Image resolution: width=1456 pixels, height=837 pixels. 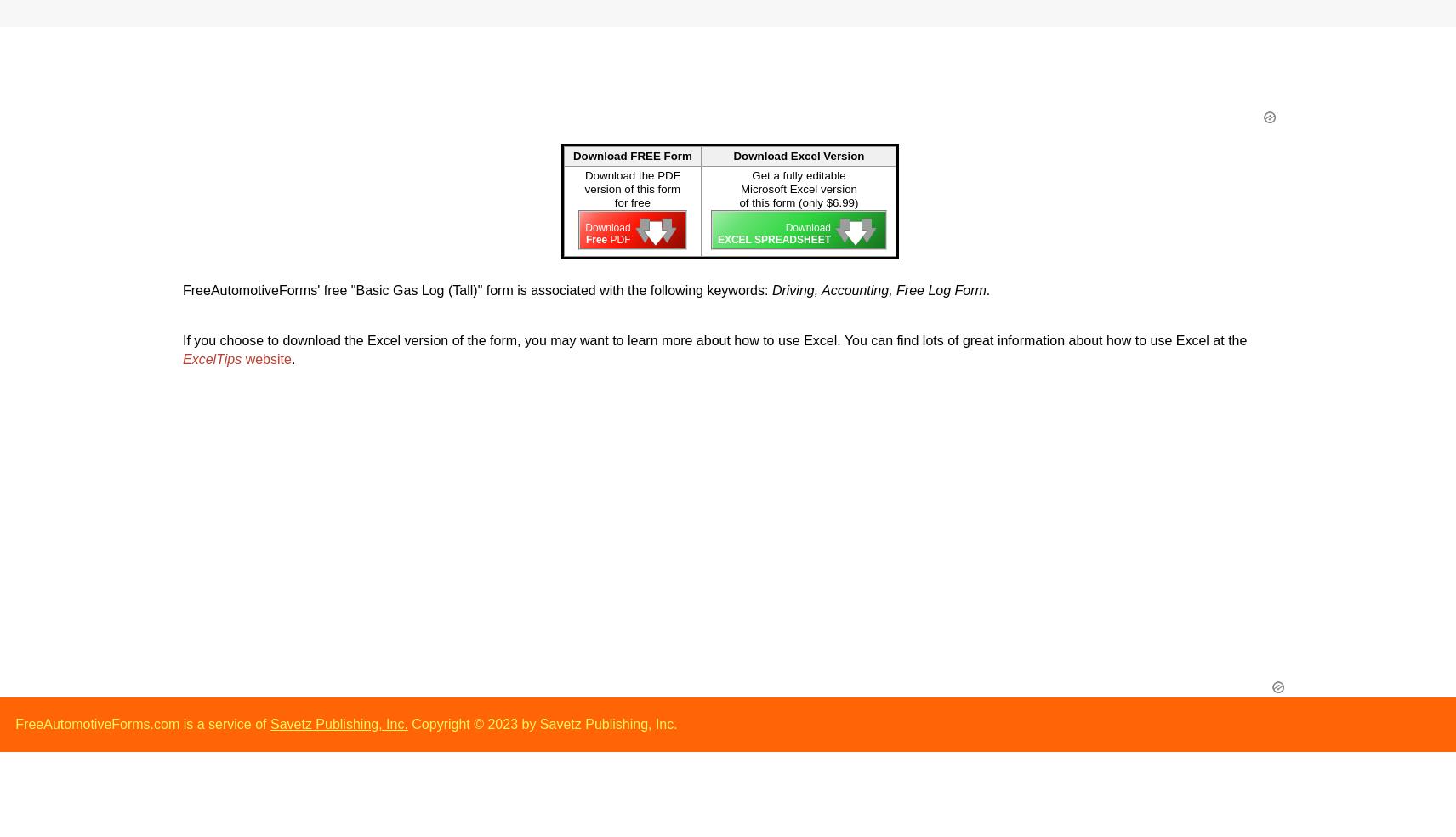 What do you see at coordinates (618, 238) in the screenshot?
I see `'PDF'` at bounding box center [618, 238].